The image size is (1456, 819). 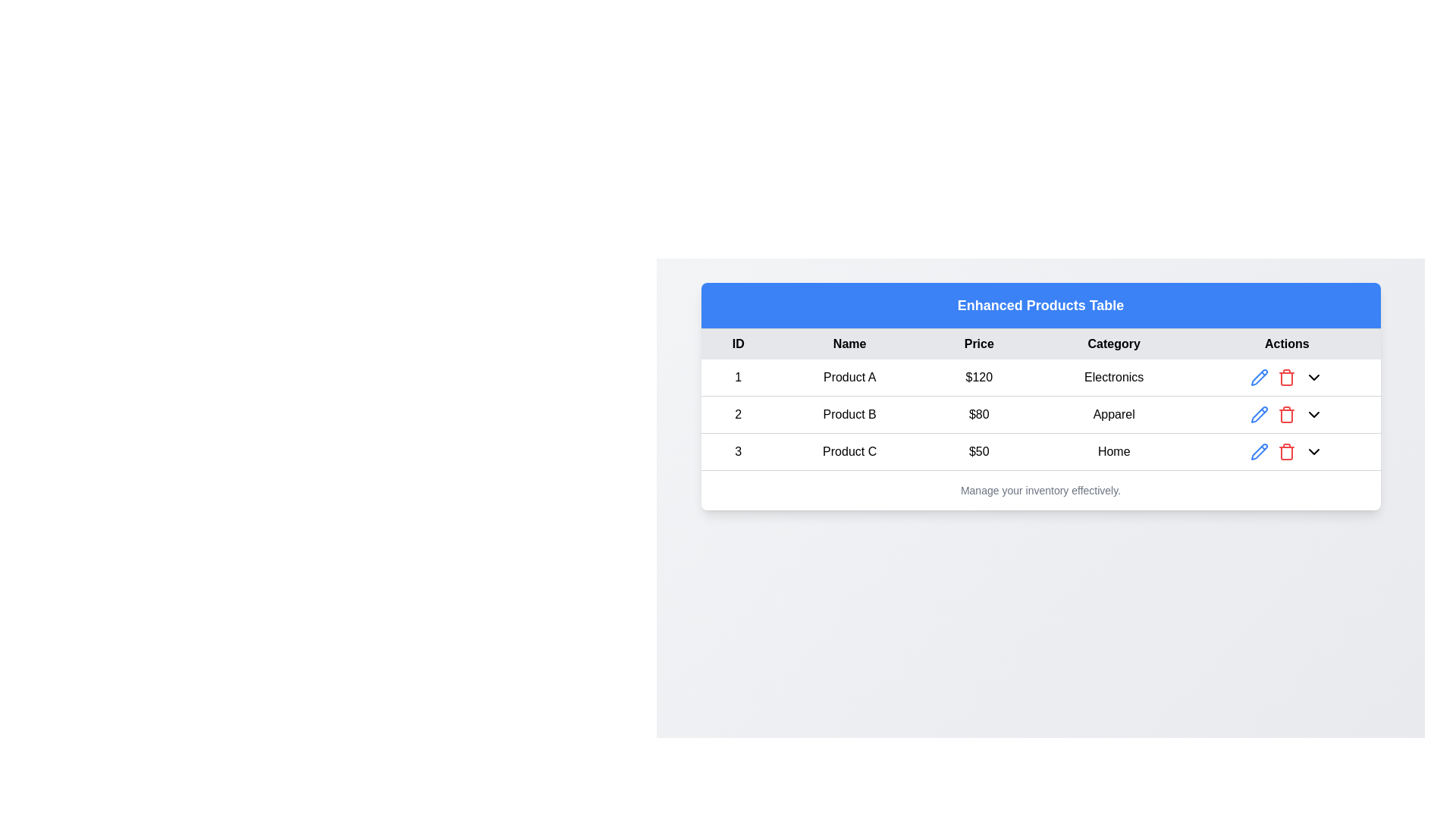 What do you see at coordinates (738, 415) in the screenshot?
I see `the centered text label displaying the number '2' located in the second row of the table, which represents the ID column for 'Product B'` at bounding box center [738, 415].